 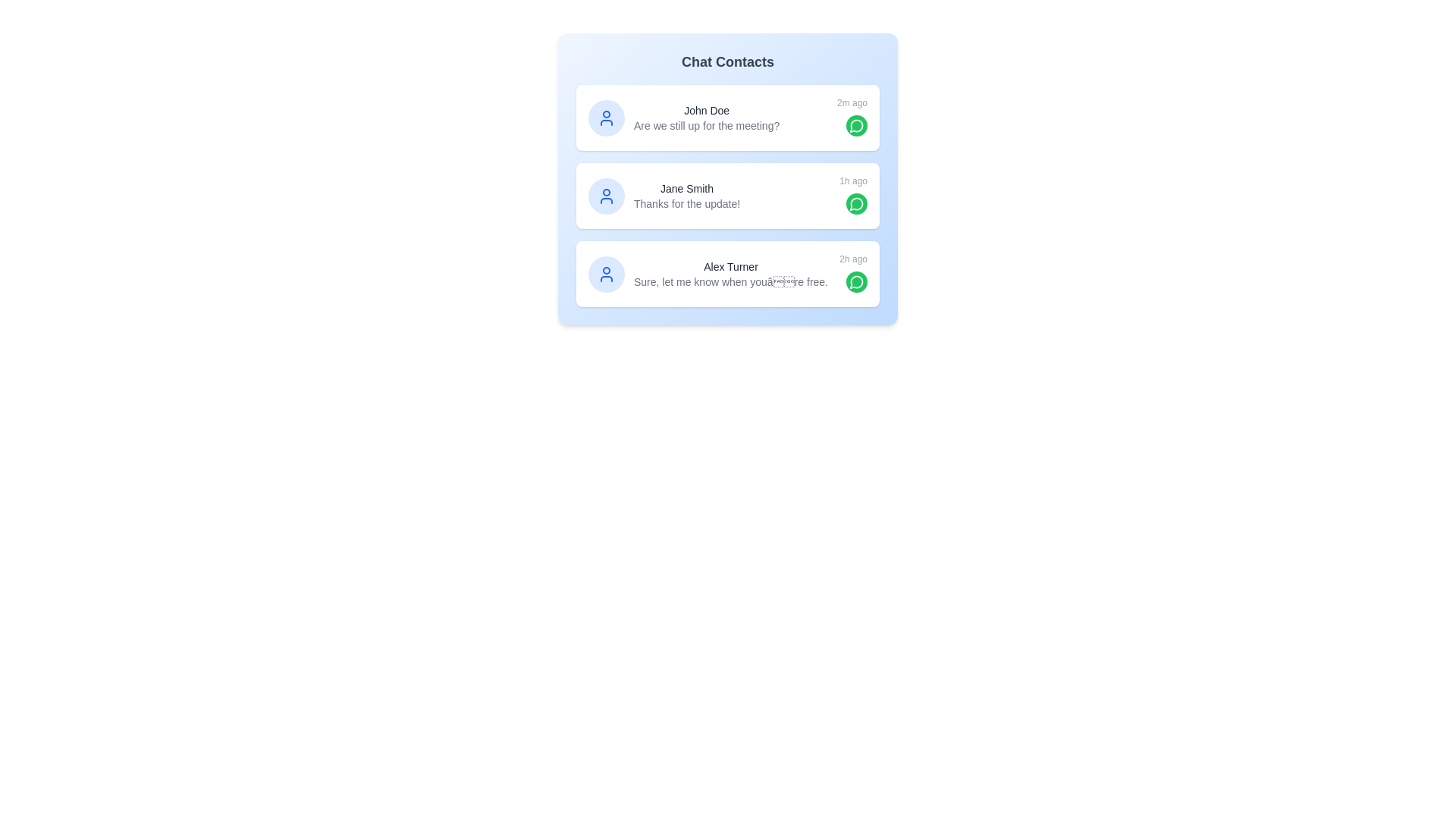 What do you see at coordinates (856, 203) in the screenshot?
I see `the chat button for Jane Smith to open their chat interface` at bounding box center [856, 203].